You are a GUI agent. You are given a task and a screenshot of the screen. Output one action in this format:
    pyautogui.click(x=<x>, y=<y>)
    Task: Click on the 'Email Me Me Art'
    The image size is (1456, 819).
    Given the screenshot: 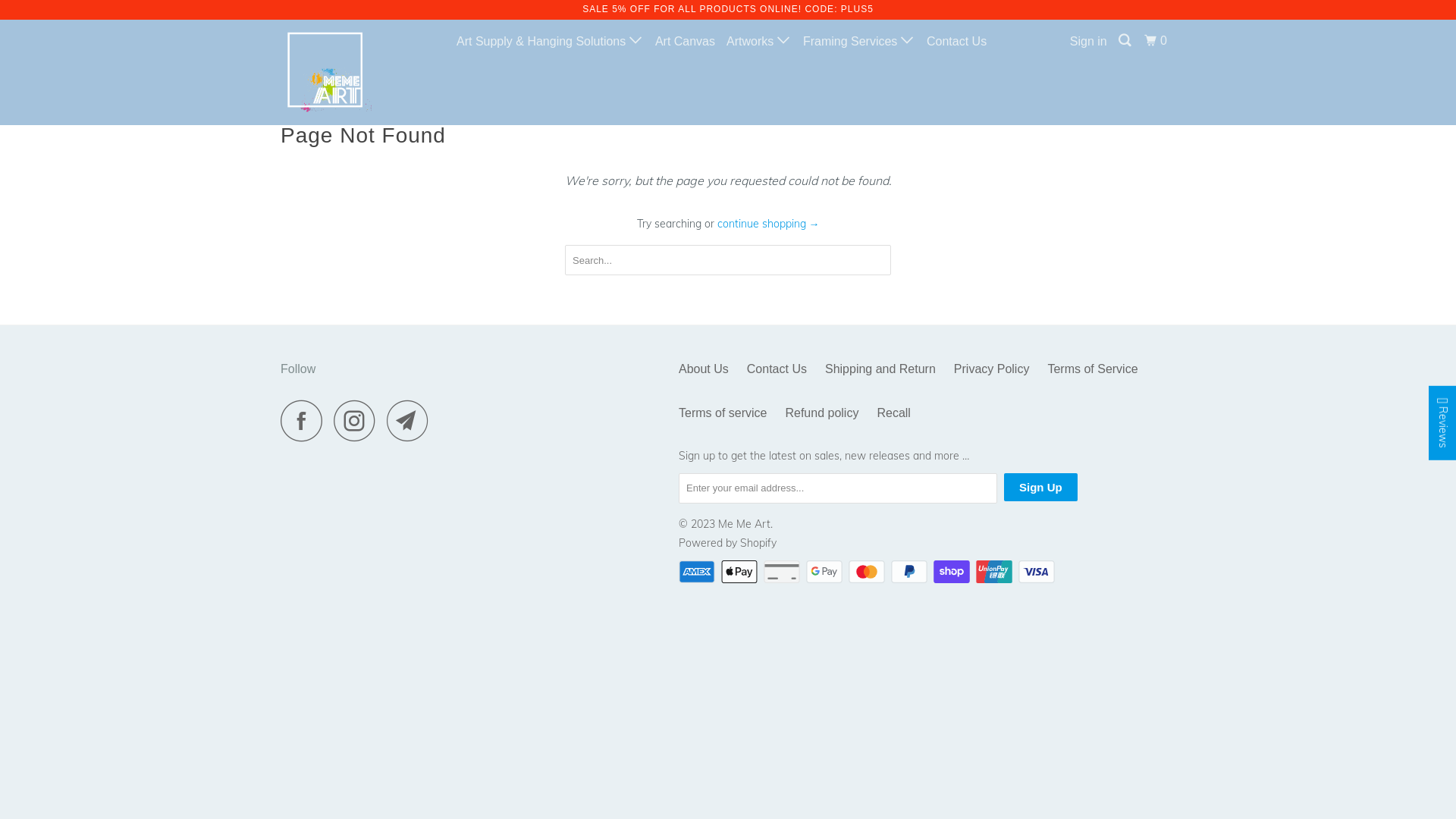 What is the action you would take?
    pyautogui.click(x=411, y=420)
    